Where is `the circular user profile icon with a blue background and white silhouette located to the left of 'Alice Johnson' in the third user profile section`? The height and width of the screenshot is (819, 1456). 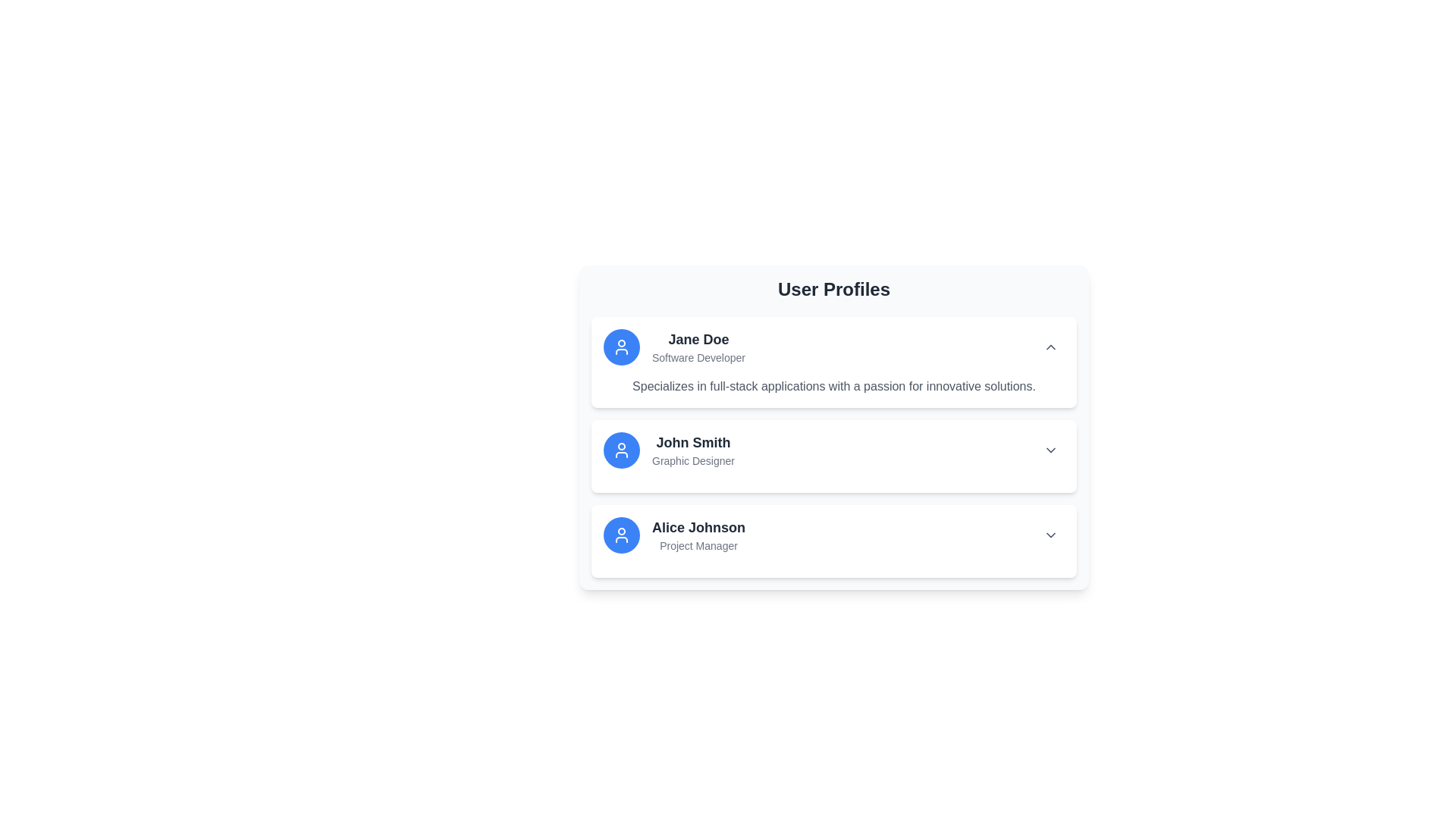
the circular user profile icon with a blue background and white silhouette located to the left of 'Alice Johnson' in the third user profile section is located at coordinates (622, 534).